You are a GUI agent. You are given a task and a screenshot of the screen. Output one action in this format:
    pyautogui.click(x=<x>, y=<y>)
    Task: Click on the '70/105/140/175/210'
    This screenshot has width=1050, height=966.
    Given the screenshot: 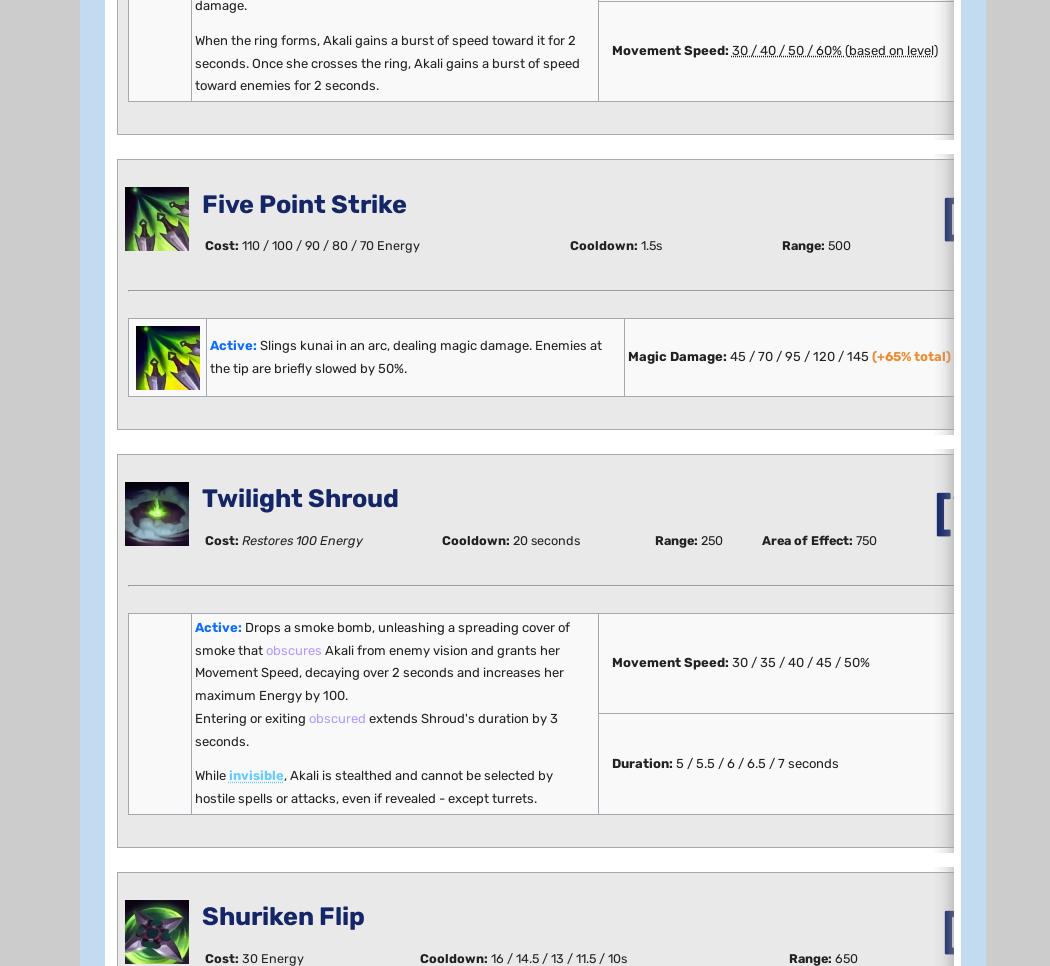 What is the action you would take?
    pyautogui.click(x=354, y=641)
    